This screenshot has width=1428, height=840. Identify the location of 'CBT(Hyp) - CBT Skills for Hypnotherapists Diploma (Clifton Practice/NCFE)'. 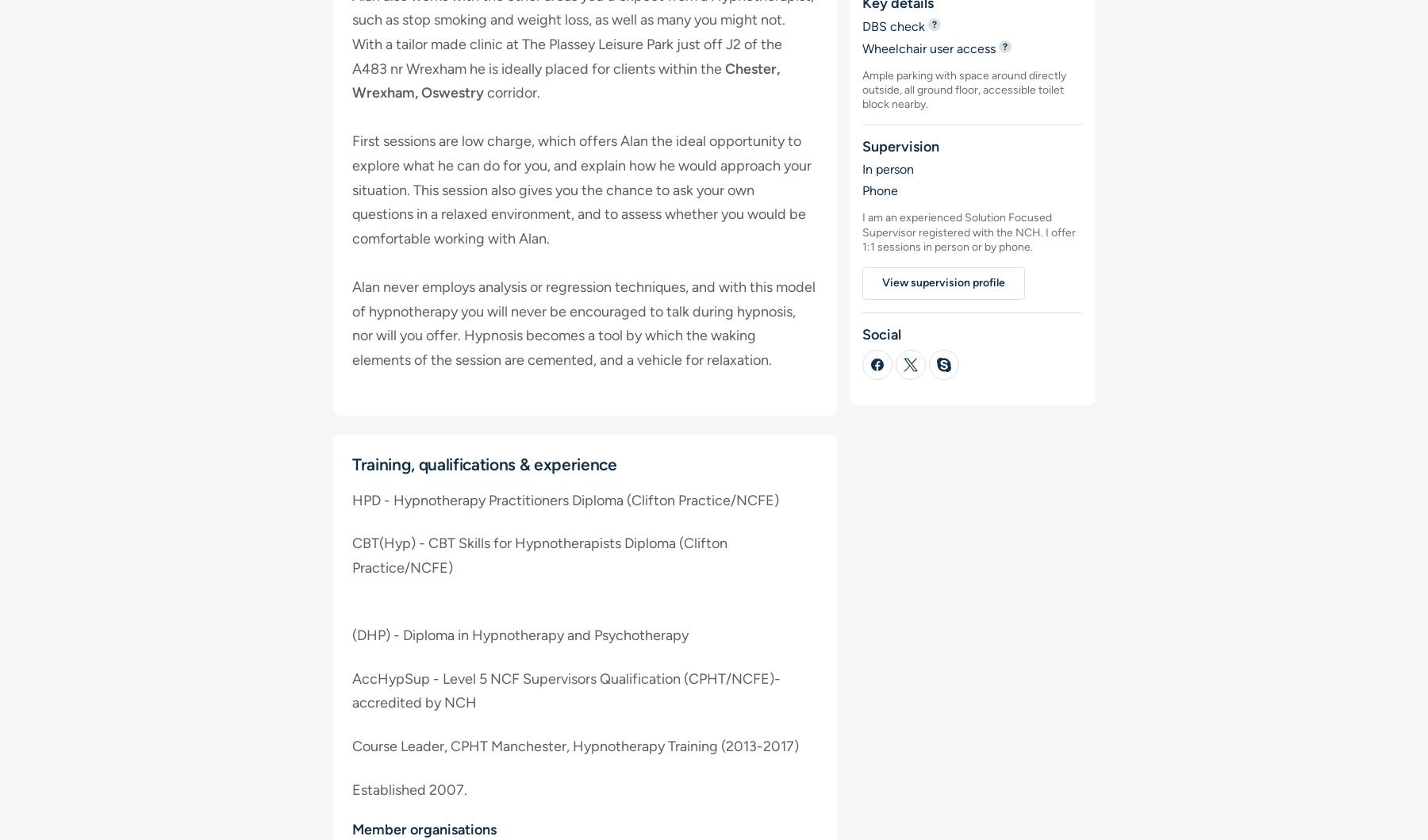
(539, 555).